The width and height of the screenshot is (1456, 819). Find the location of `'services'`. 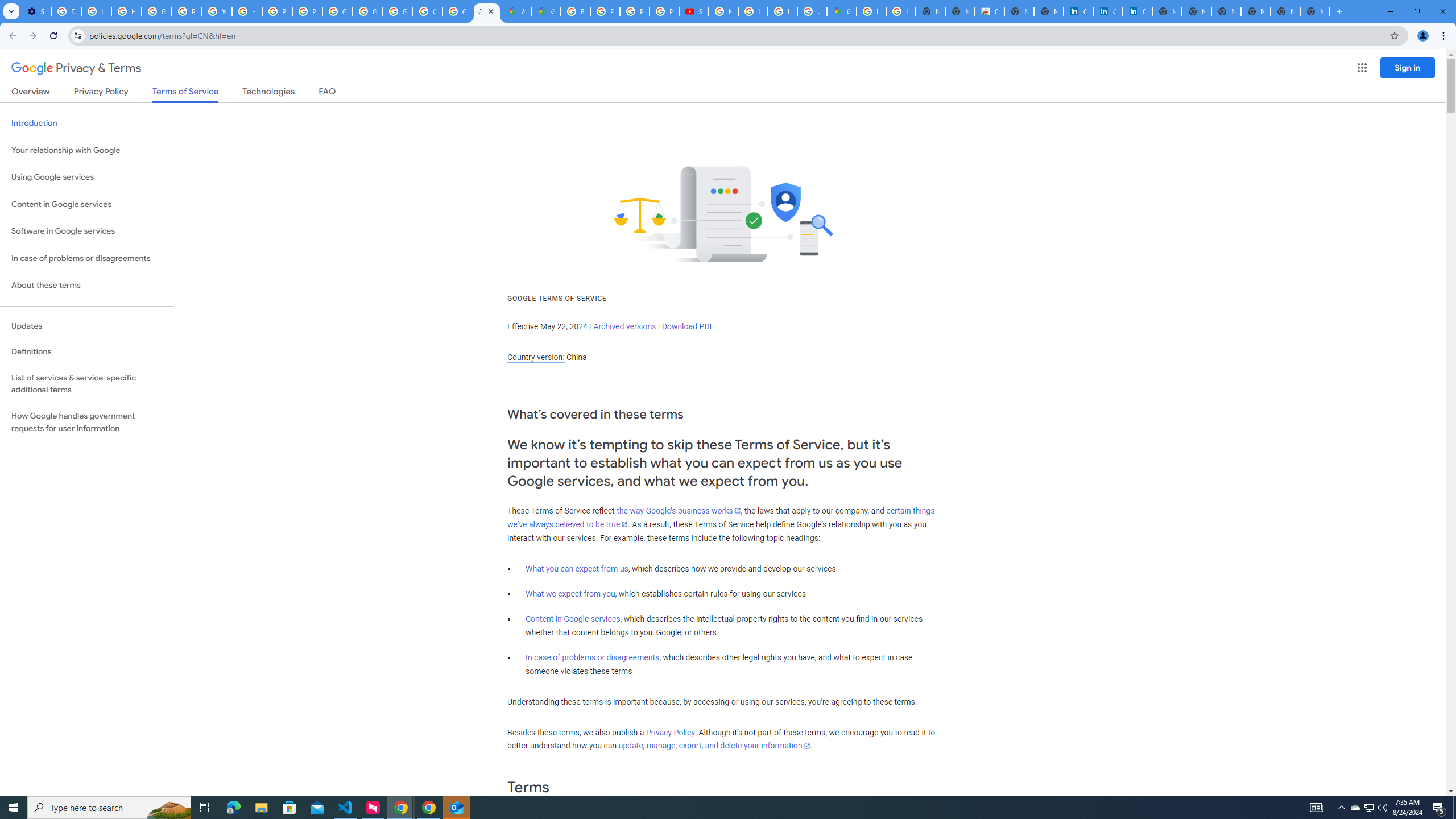

'services' is located at coordinates (584, 481).